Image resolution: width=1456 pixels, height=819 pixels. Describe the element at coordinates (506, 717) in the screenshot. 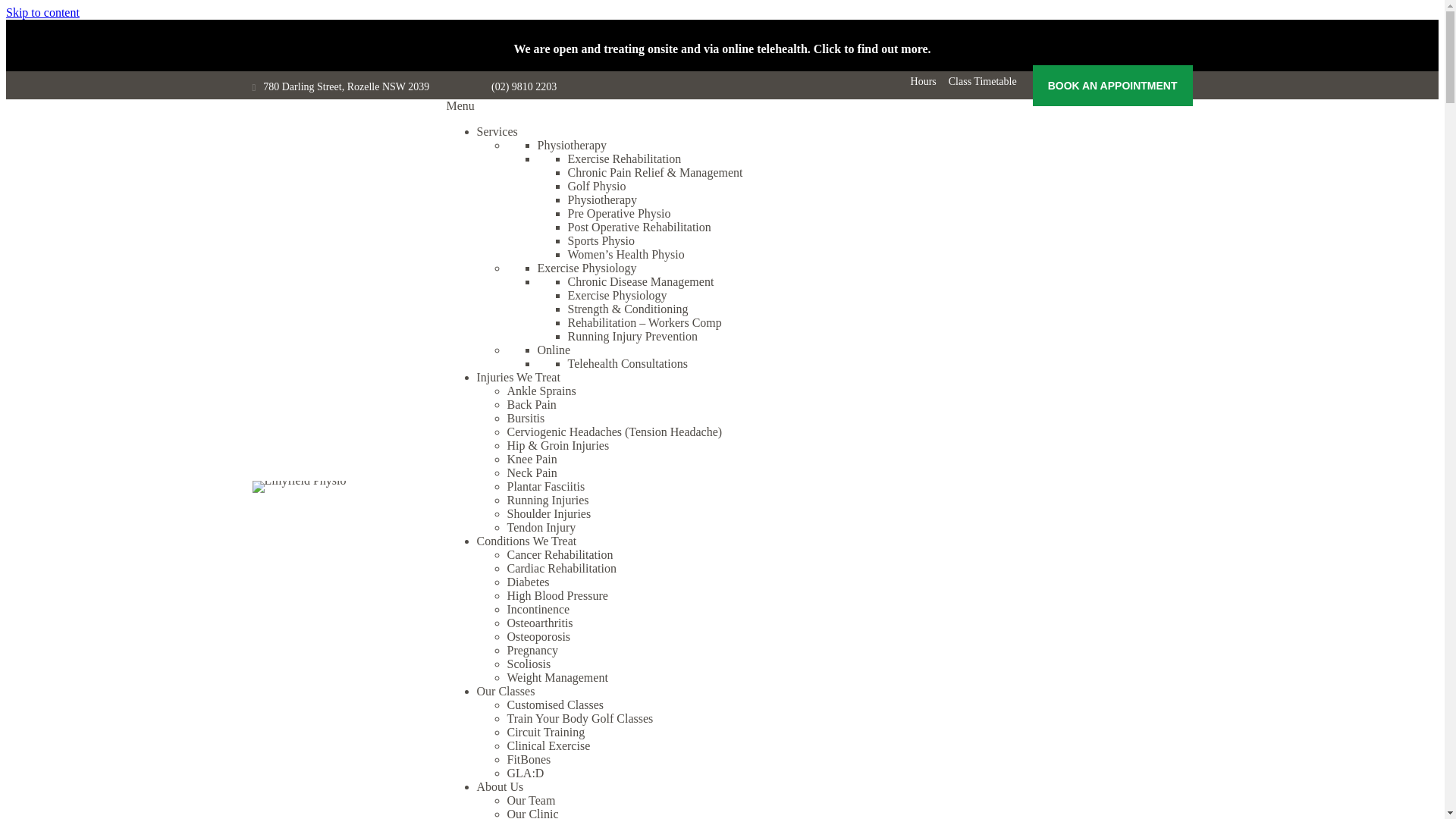

I see `'Train Your Body Golf Classes'` at that location.